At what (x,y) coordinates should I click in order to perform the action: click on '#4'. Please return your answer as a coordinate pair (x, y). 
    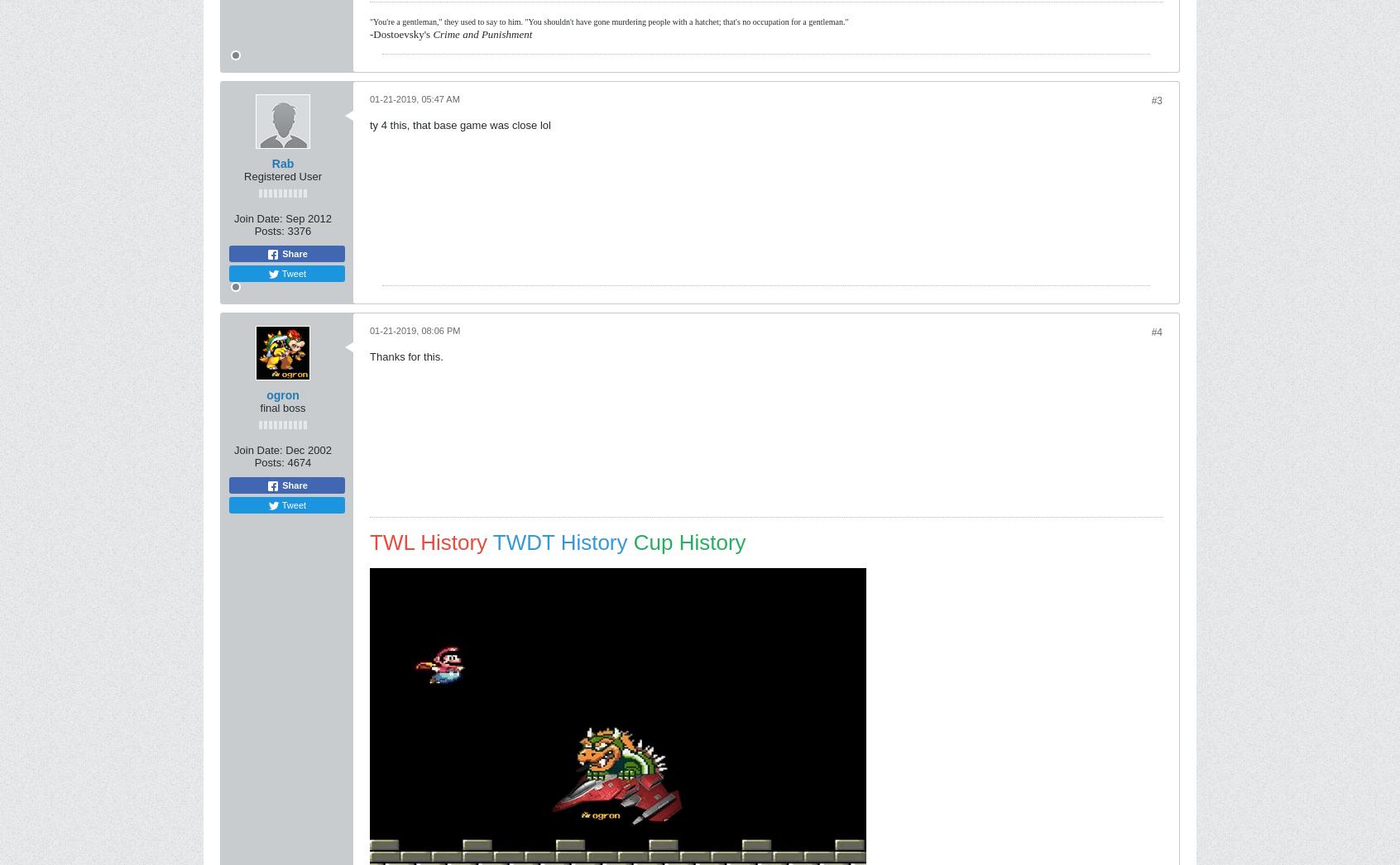
    Looking at the image, I should click on (1156, 332).